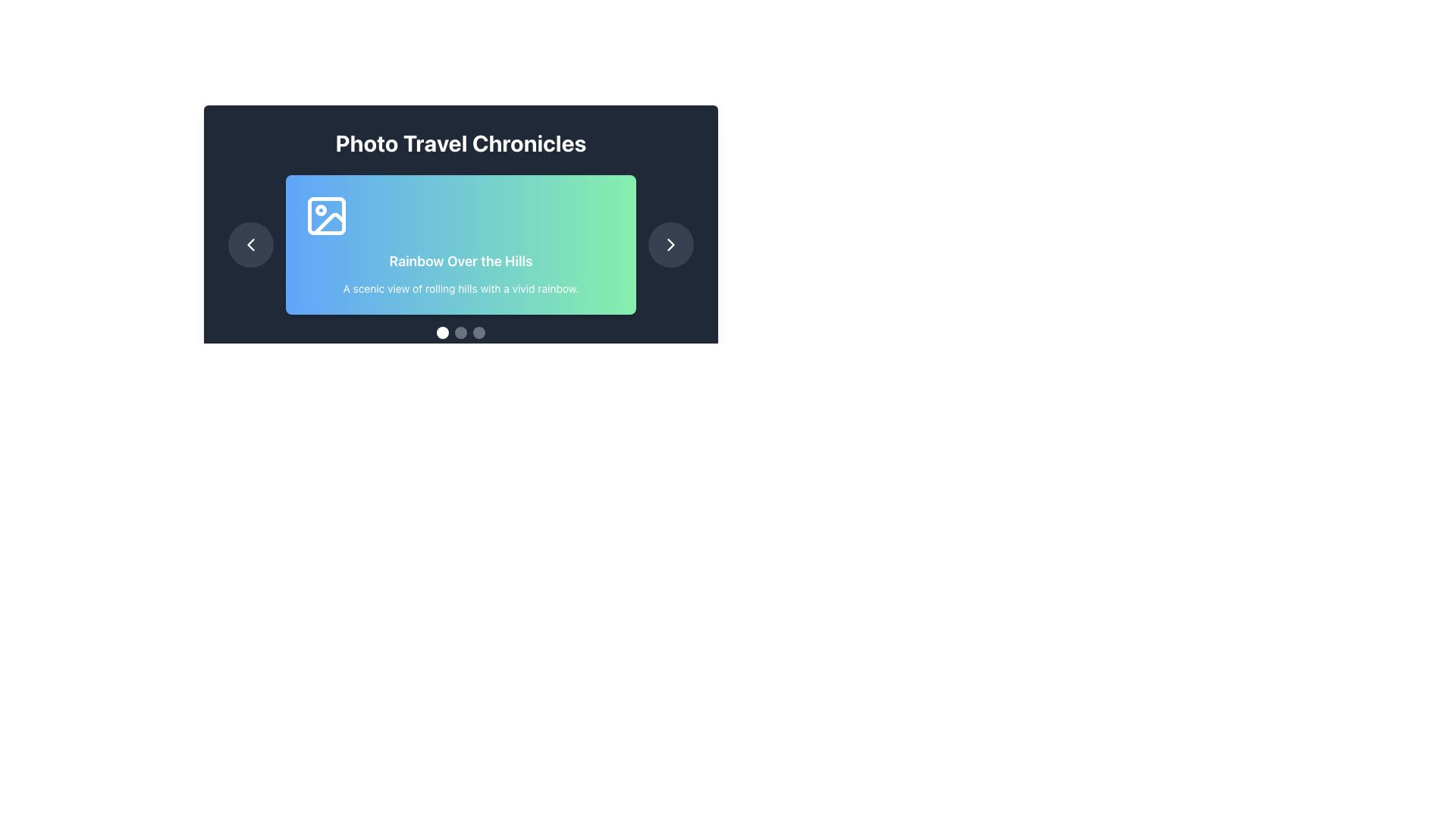 The width and height of the screenshot is (1456, 819). I want to click on the navigation indicator button, which is a small, circular button with a solid gray fill, positioned horizontally between two other similar buttons below the content display section, so click(460, 332).